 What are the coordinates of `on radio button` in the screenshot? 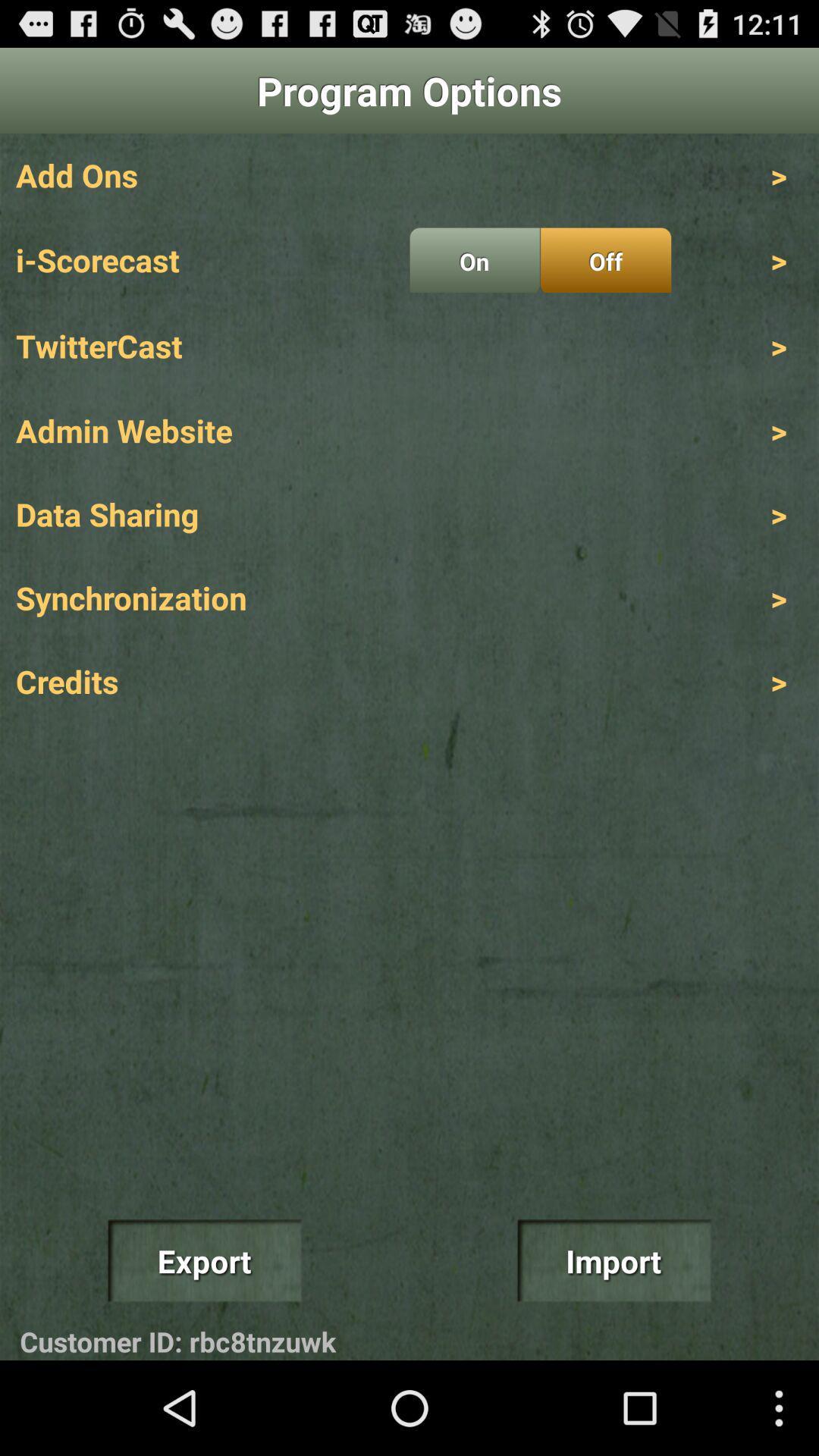 It's located at (474, 260).